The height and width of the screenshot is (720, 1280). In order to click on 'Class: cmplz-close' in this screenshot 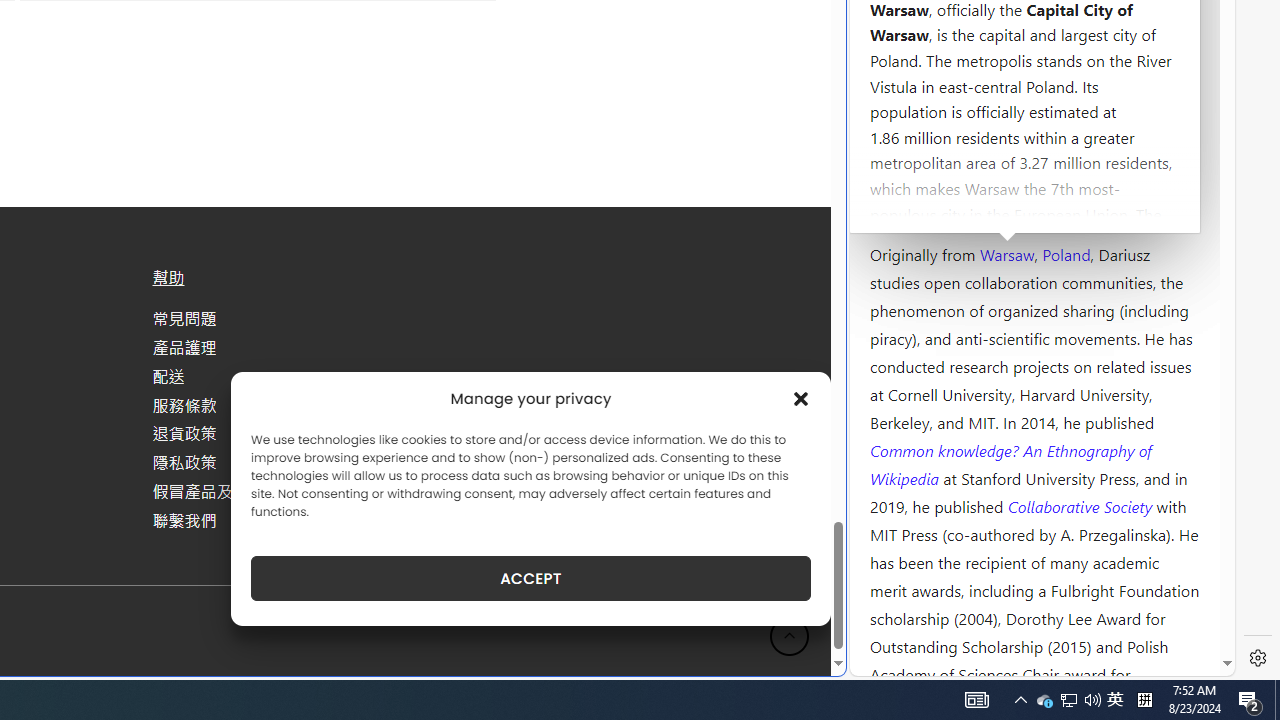, I will do `click(801, 398)`.